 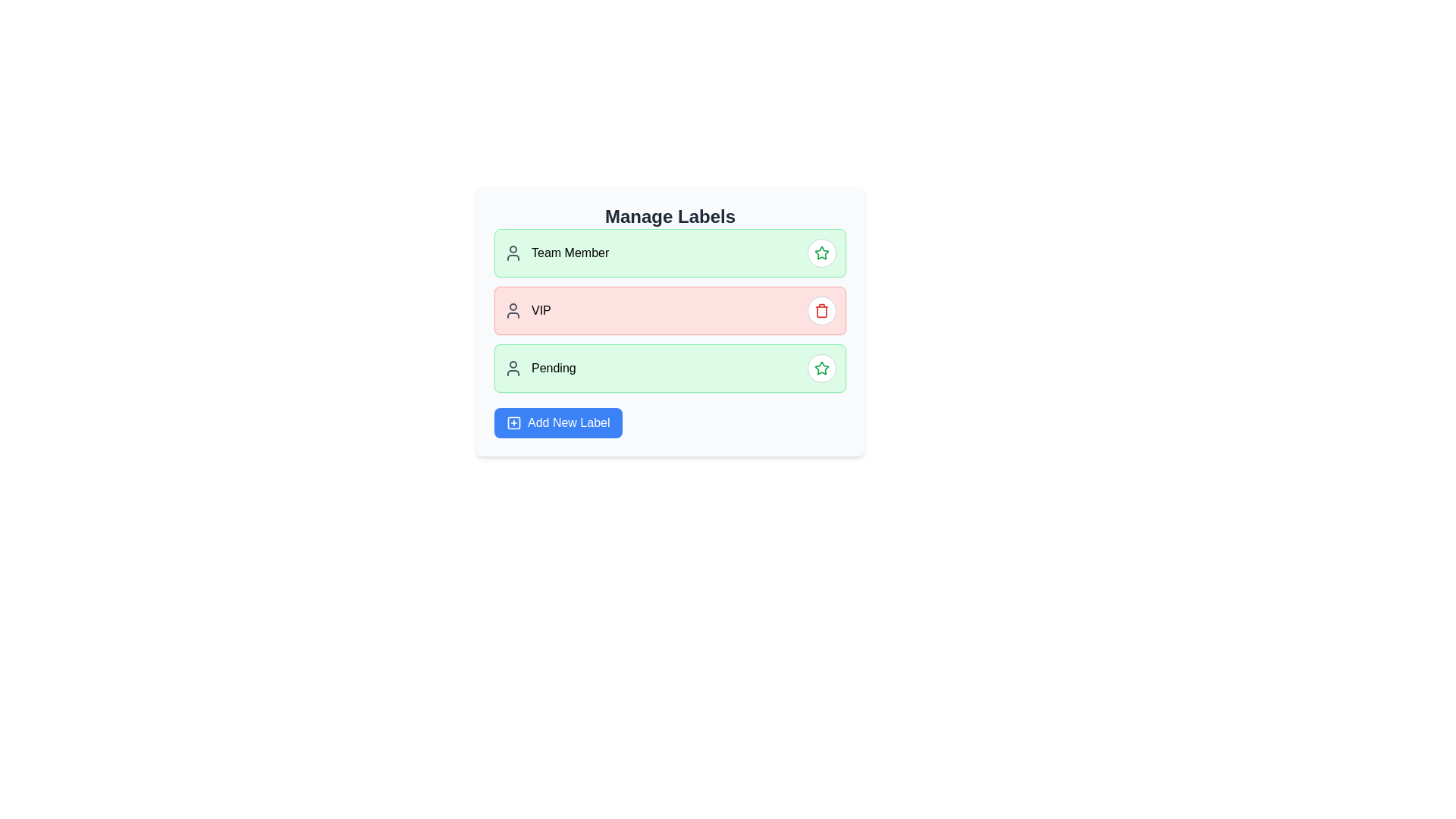 I want to click on the Label with icon that features a user silhouette and the text 'Team Member', which is located at the beginning of a green section, so click(x=556, y=253).